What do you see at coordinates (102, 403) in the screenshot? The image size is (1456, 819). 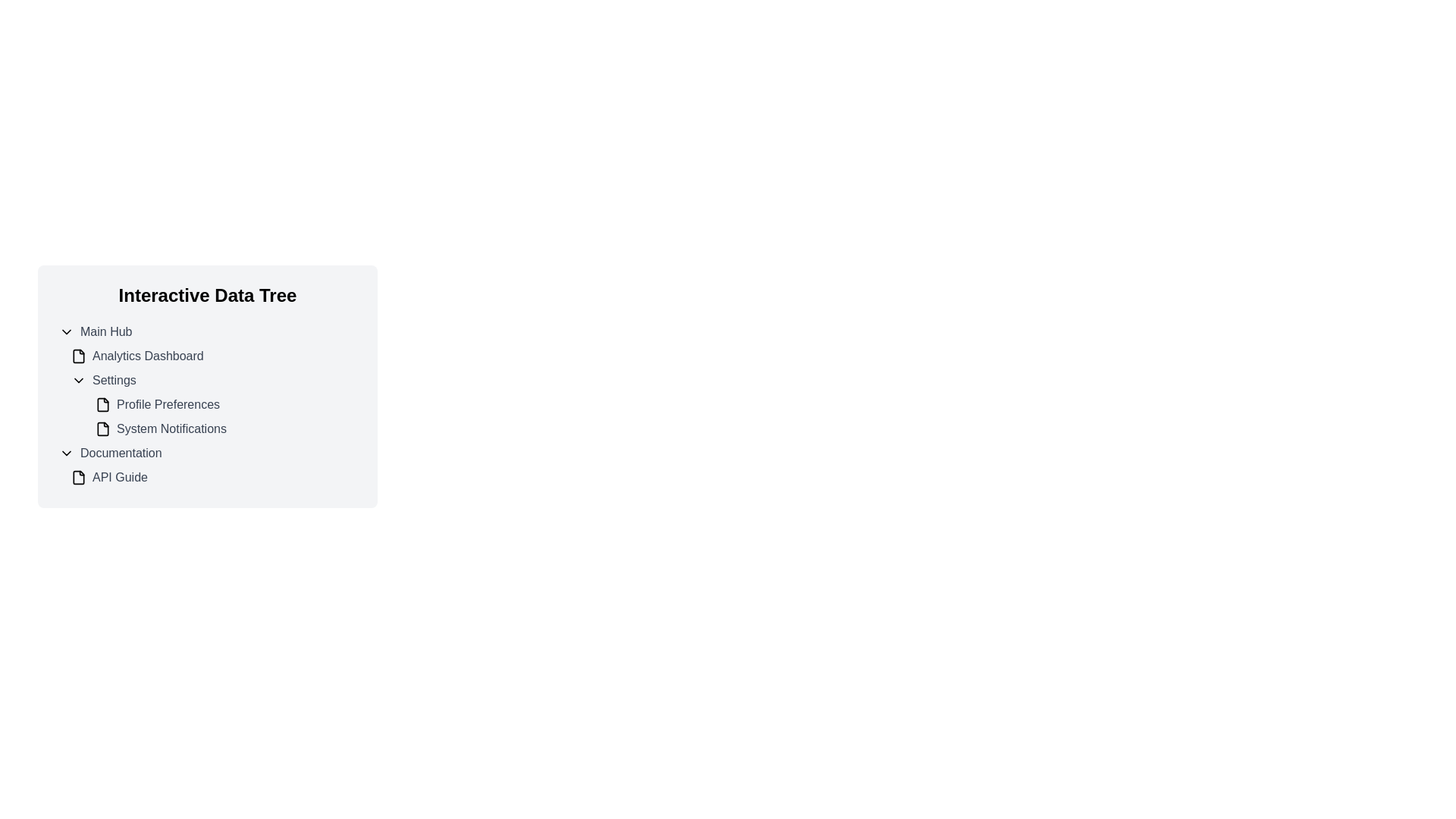 I see `the 'Profile Preferences' icon located to the left of the text within the 'Settings' section of the 'Interactive Data Tree' interface` at bounding box center [102, 403].